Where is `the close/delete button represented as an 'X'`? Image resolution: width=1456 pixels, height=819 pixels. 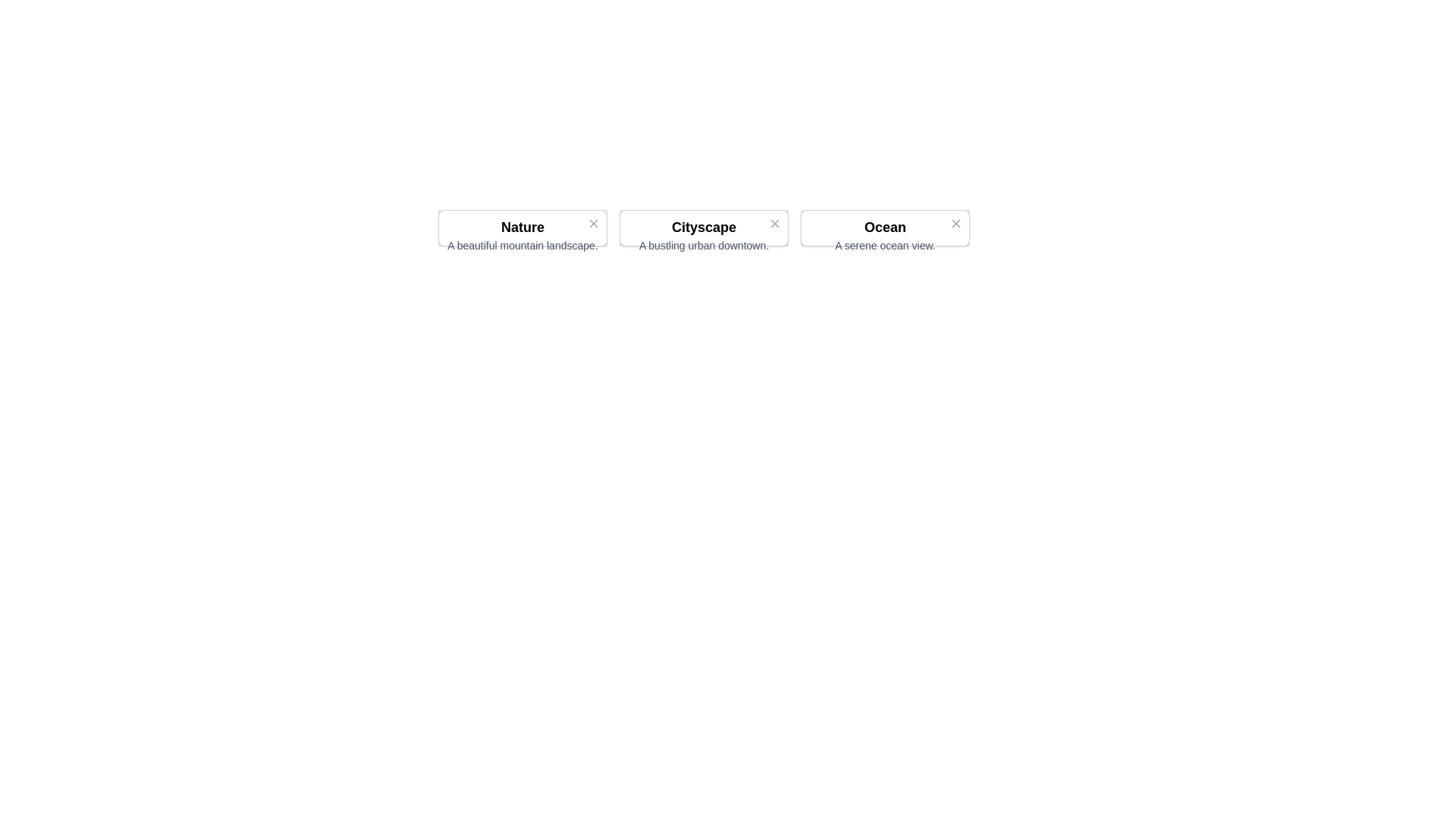
the close/delete button represented as an 'X' is located at coordinates (592, 223).